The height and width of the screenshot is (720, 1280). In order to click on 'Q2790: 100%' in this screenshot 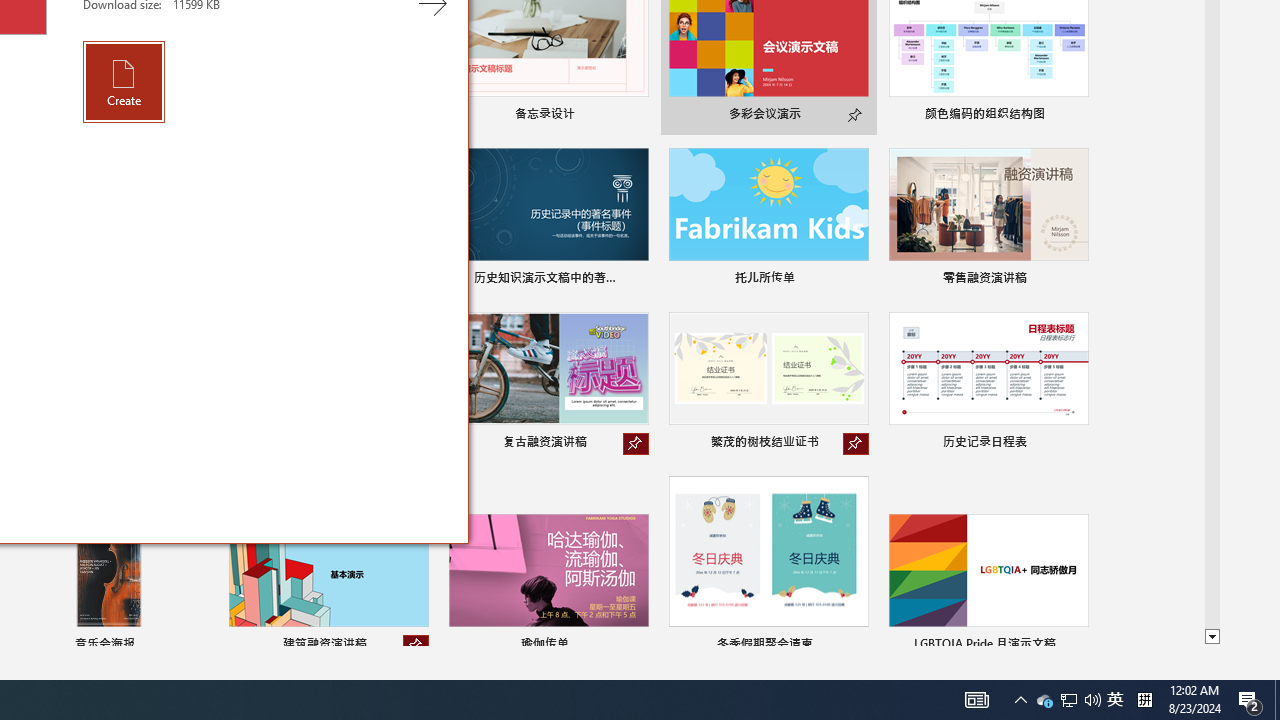, I will do `click(1092, 698)`.